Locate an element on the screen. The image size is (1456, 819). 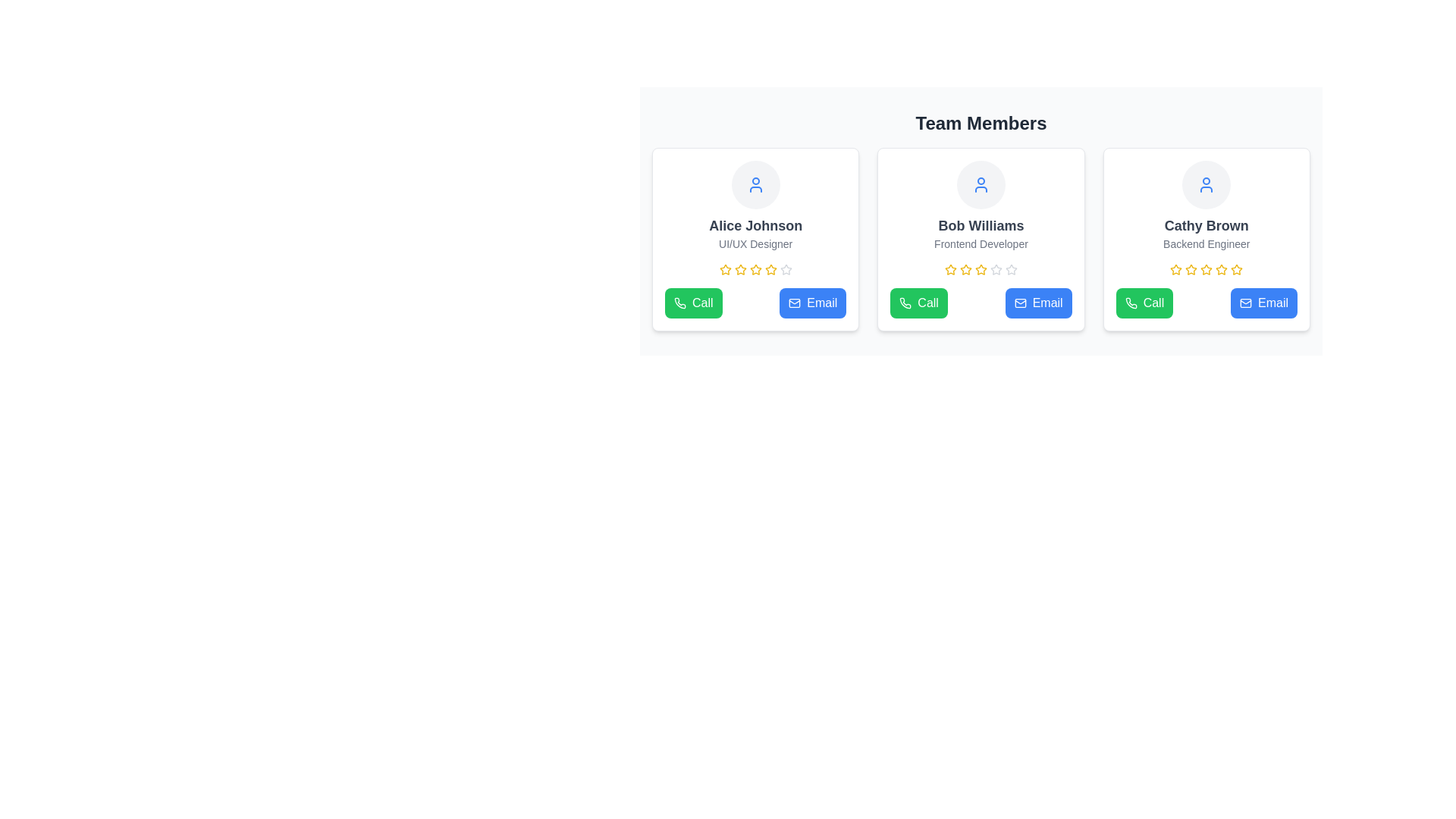
the phone icon, which is a small vector graphic with rounded shape and green line work, located to the left of the 'Call' text inside the green button in Alice Johnson's member card is located at coordinates (679, 303).